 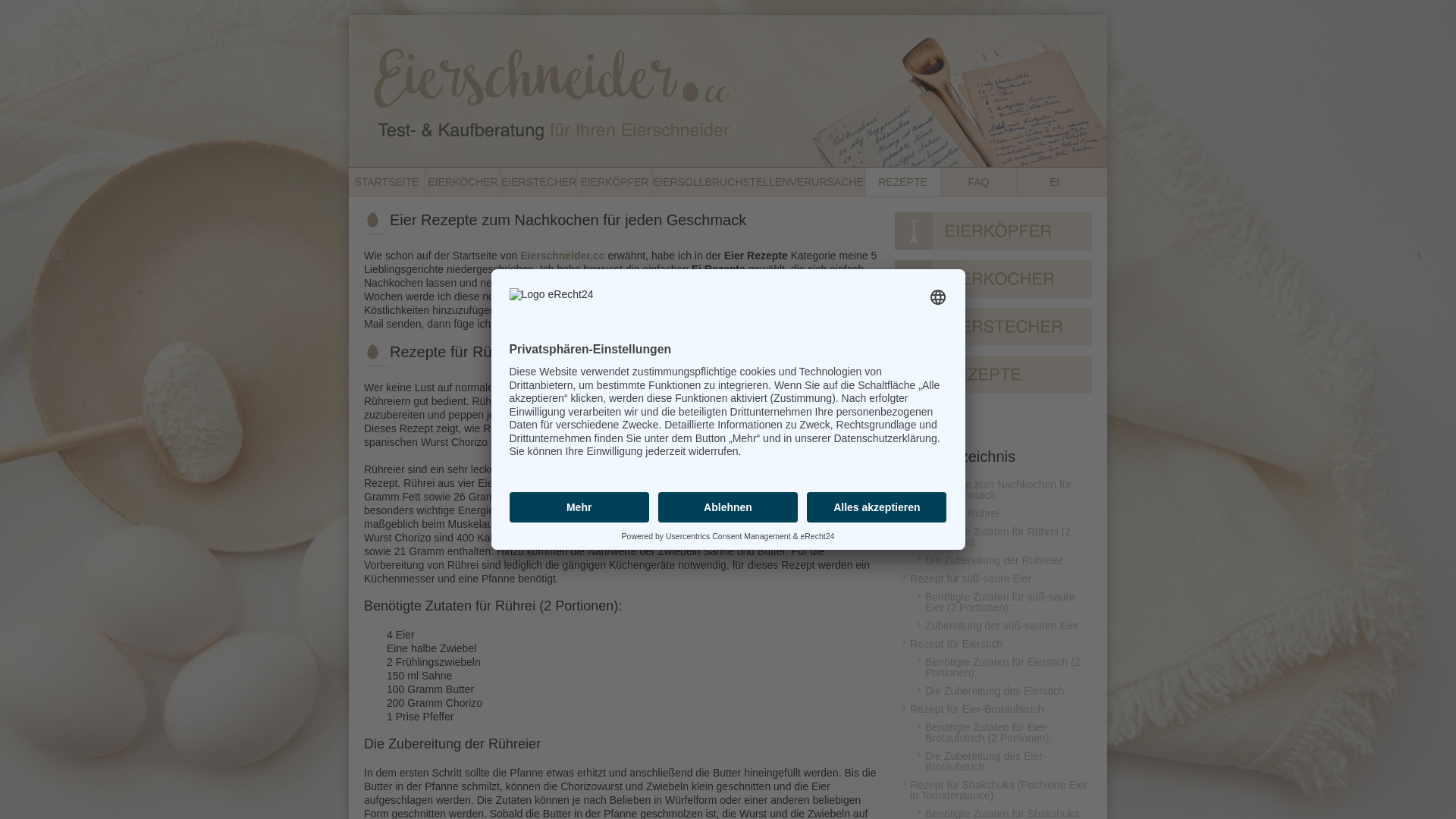 I want to click on 'Rezepte', so click(x=993, y=377).